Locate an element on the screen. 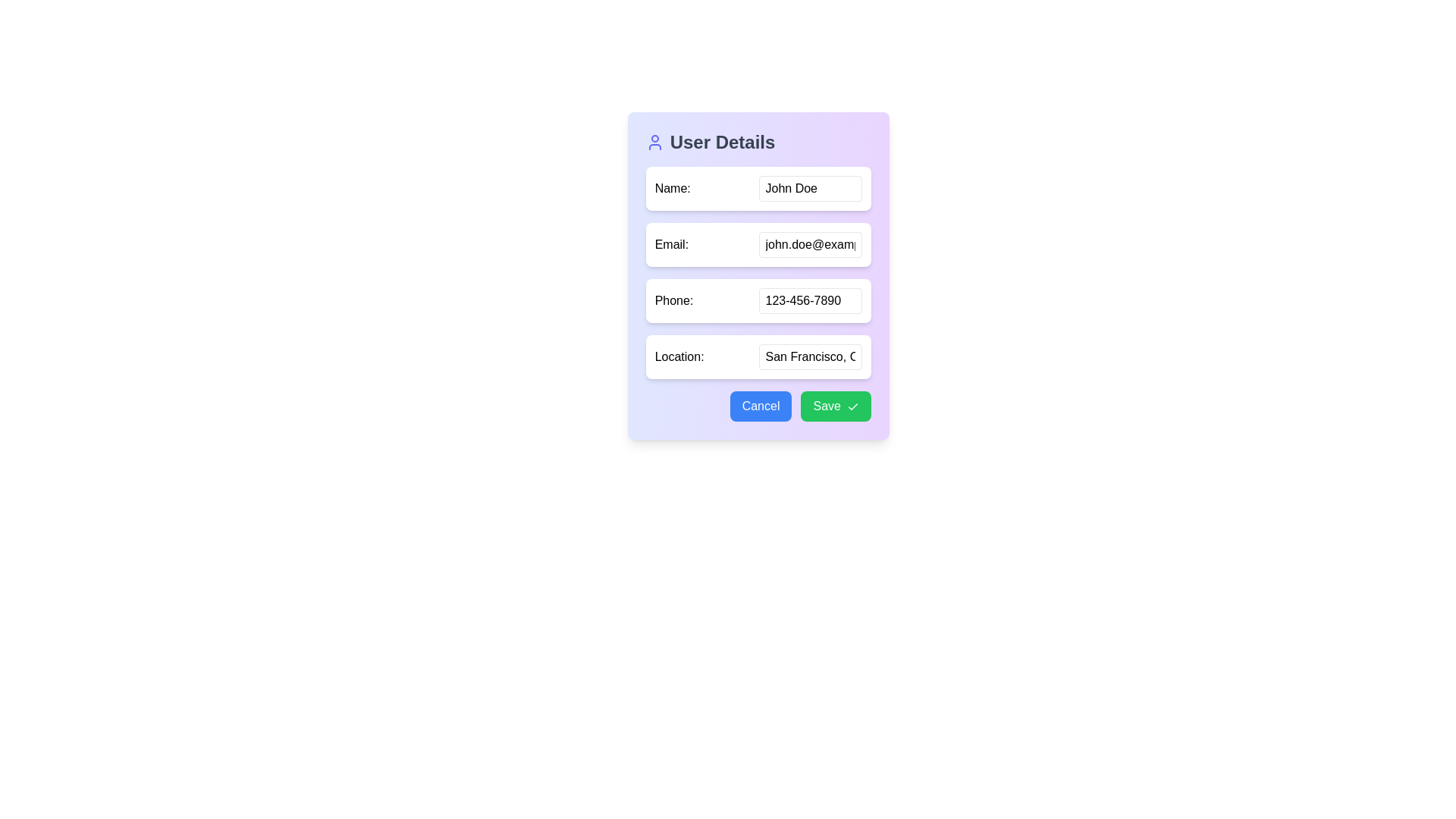 This screenshot has width=1456, height=819. the labeled input field for entering an email address, which has the label 'Email:' and is styled with a medium font weight. This field is located below the 'Name:' field and above the 'Phone:' field is located at coordinates (758, 244).